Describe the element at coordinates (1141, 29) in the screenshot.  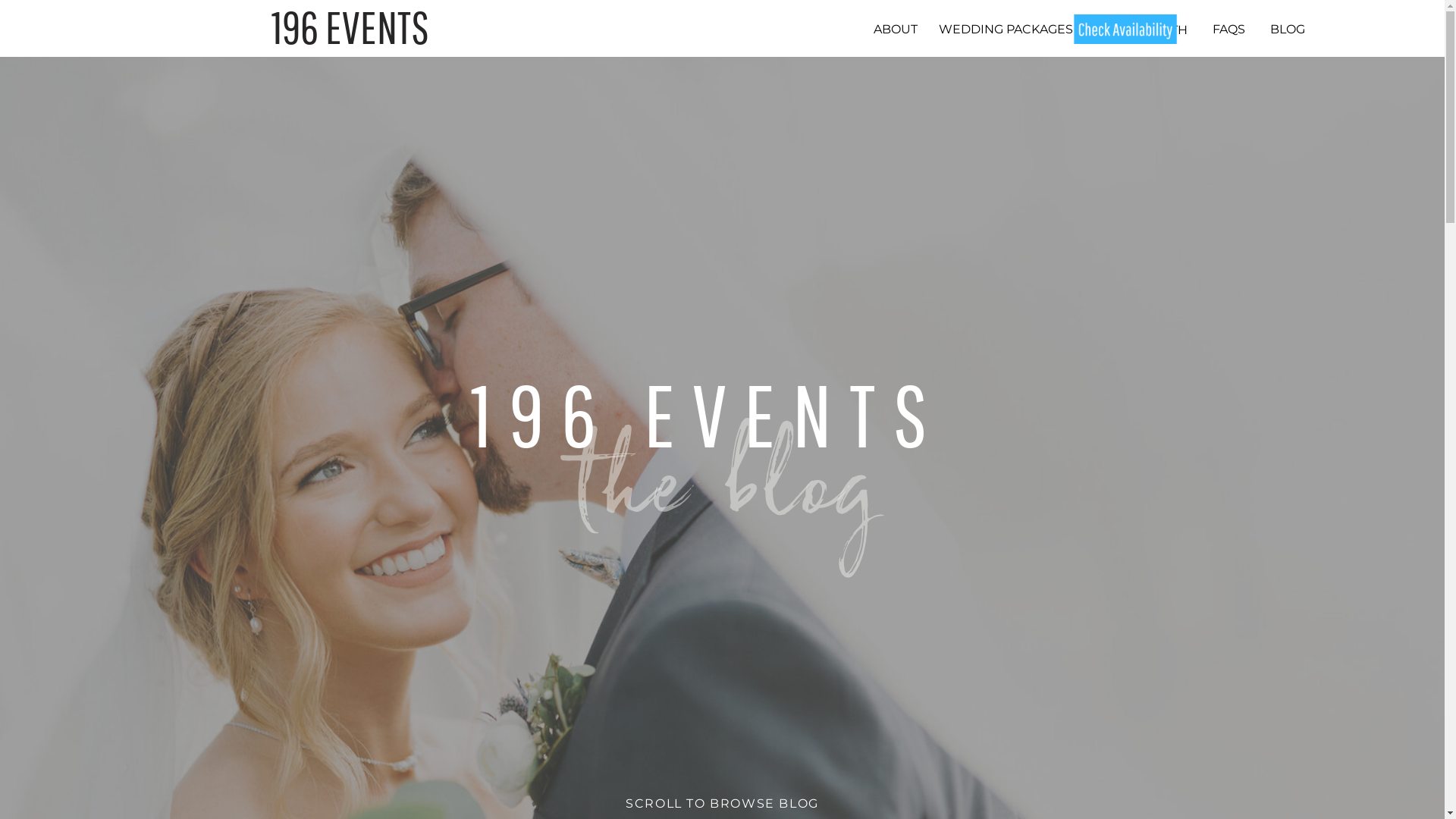
I see `'PHOTO BOOTH'` at that location.